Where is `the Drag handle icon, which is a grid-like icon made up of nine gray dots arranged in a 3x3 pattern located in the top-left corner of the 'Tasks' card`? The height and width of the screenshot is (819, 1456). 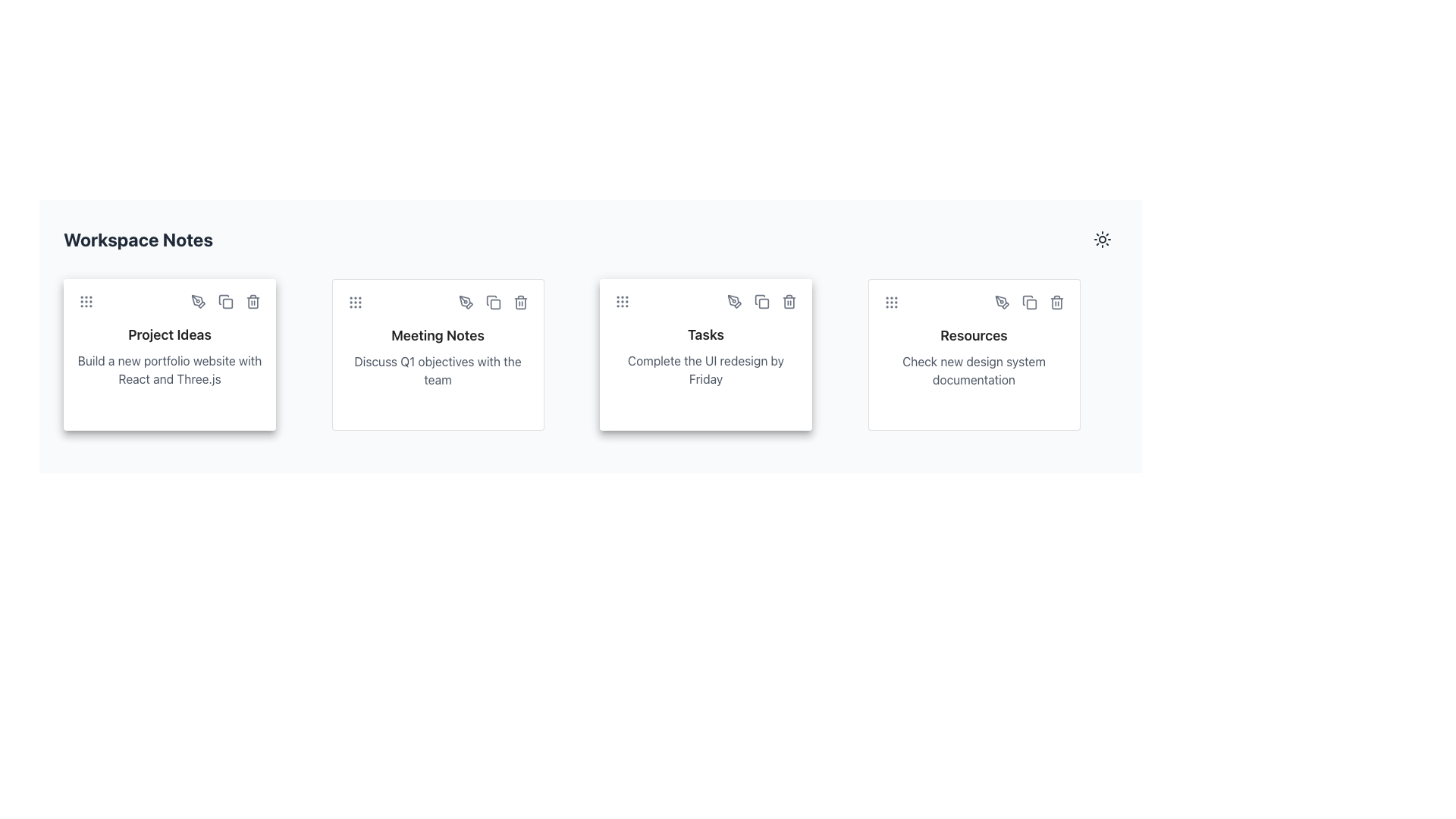 the Drag handle icon, which is a grid-like icon made up of nine gray dots arranged in a 3x3 pattern located in the top-left corner of the 'Tasks' card is located at coordinates (622, 301).